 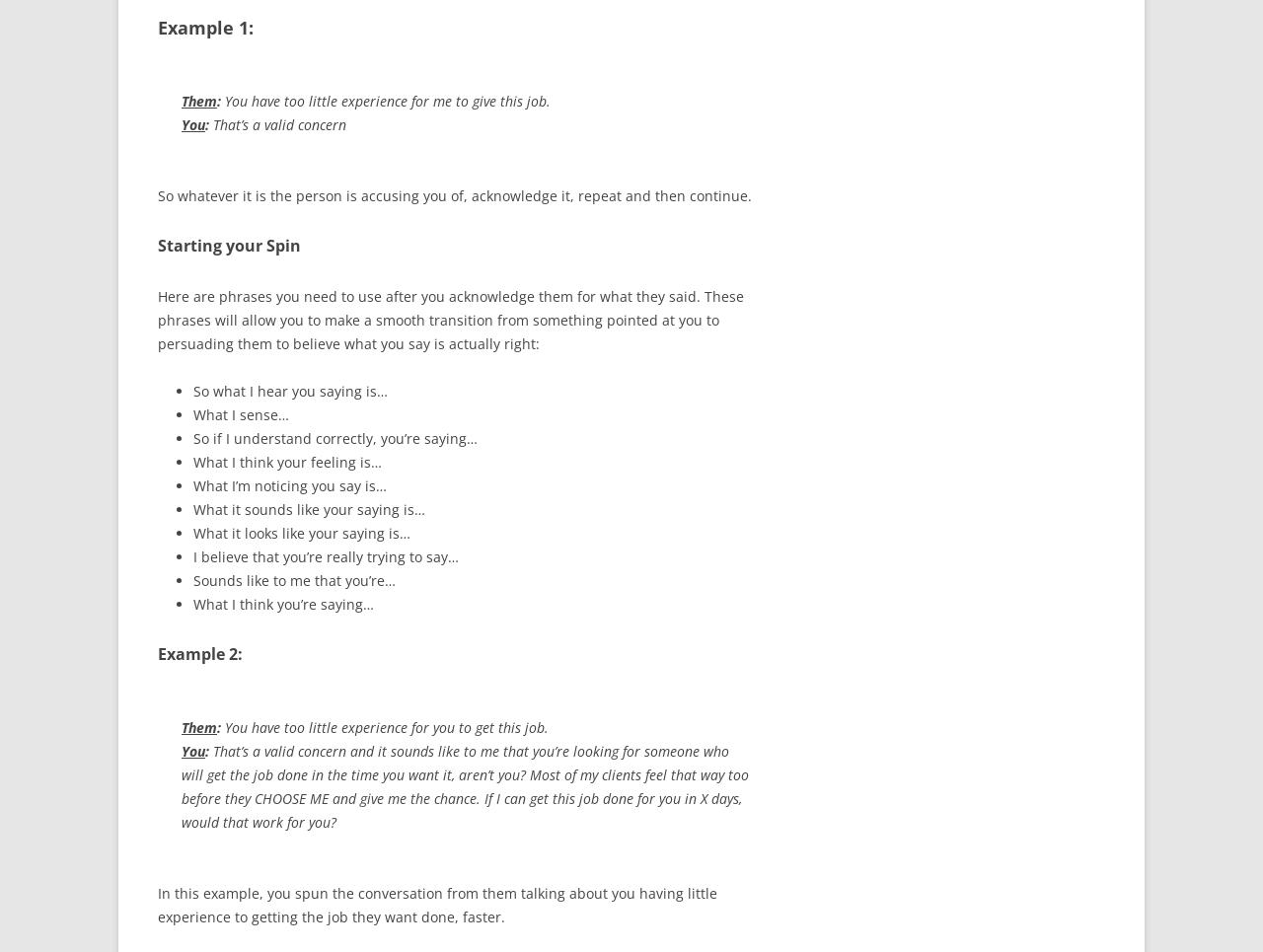 What do you see at coordinates (158, 195) in the screenshot?
I see `'So whatever it is the person is accusing you of, acknowledge it, repeat and then continue.'` at bounding box center [158, 195].